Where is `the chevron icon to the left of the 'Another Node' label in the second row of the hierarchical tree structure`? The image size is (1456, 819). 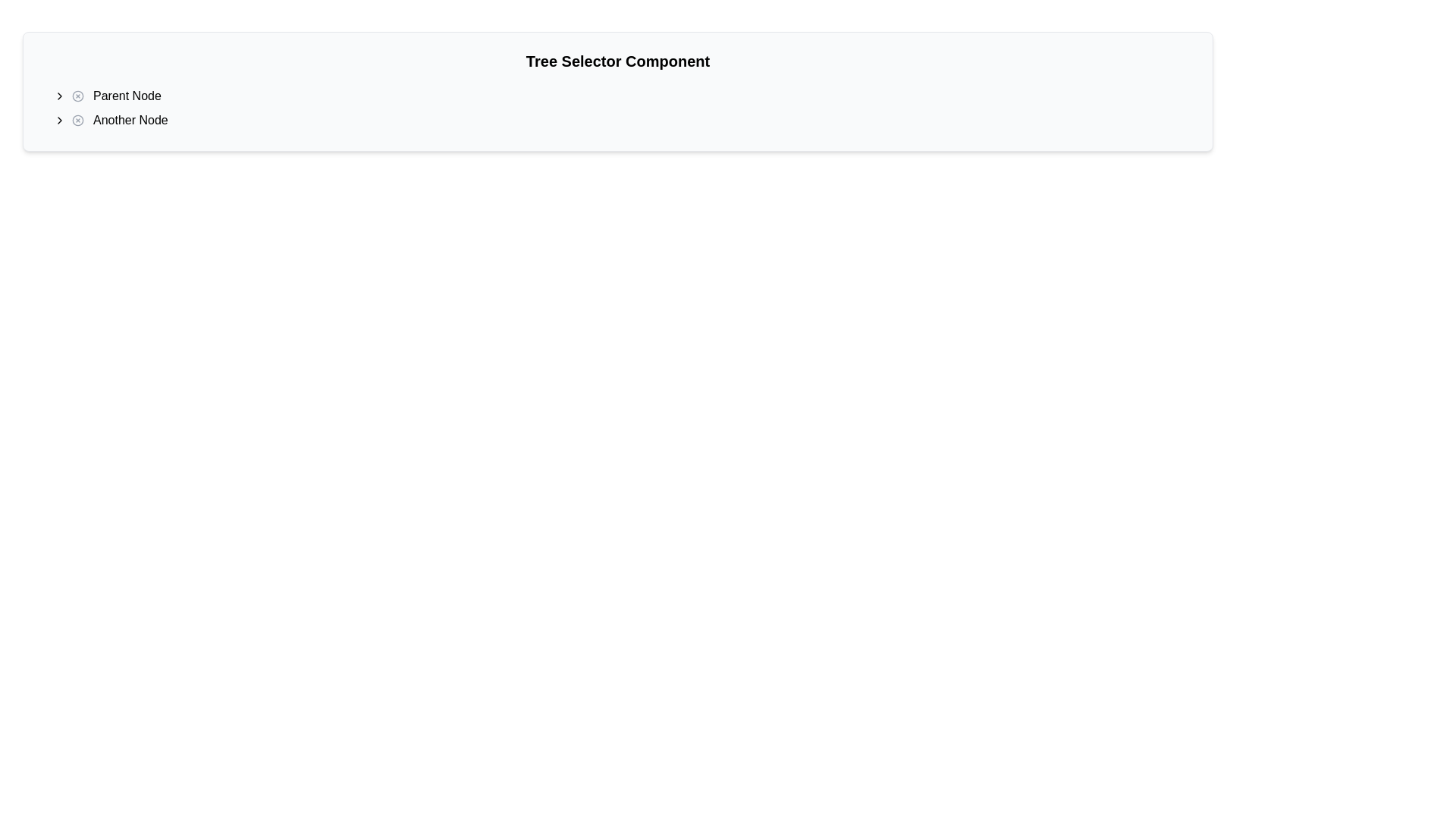 the chevron icon to the left of the 'Another Node' label in the second row of the hierarchical tree structure is located at coordinates (59, 119).